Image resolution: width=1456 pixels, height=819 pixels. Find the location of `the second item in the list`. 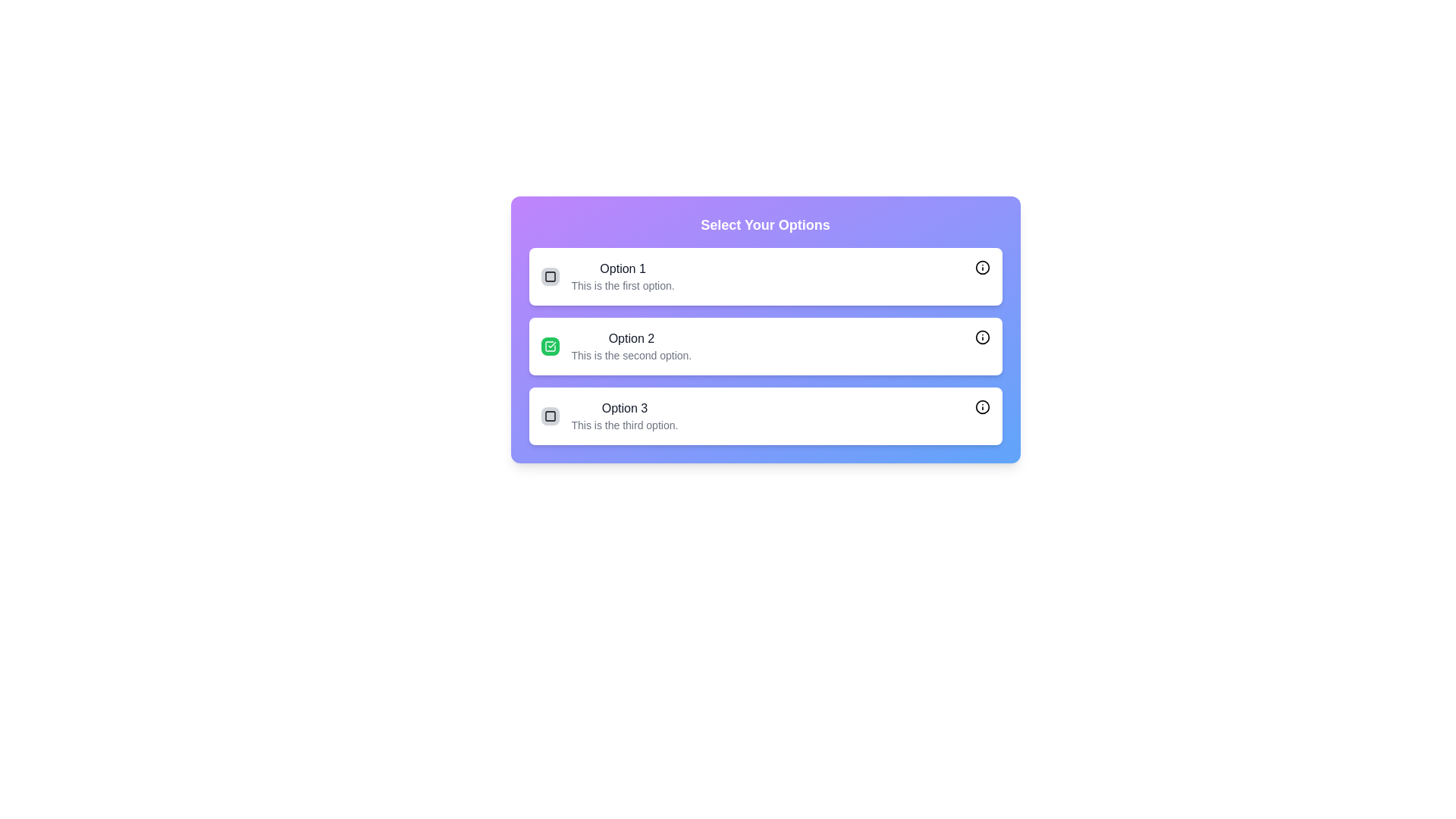

the second item in the list is located at coordinates (765, 346).